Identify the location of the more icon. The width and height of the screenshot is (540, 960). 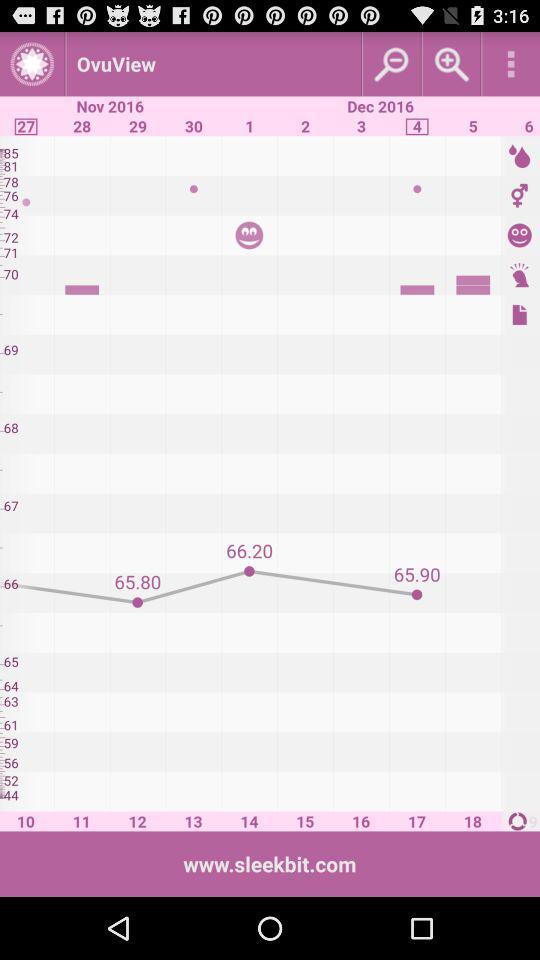
(511, 68).